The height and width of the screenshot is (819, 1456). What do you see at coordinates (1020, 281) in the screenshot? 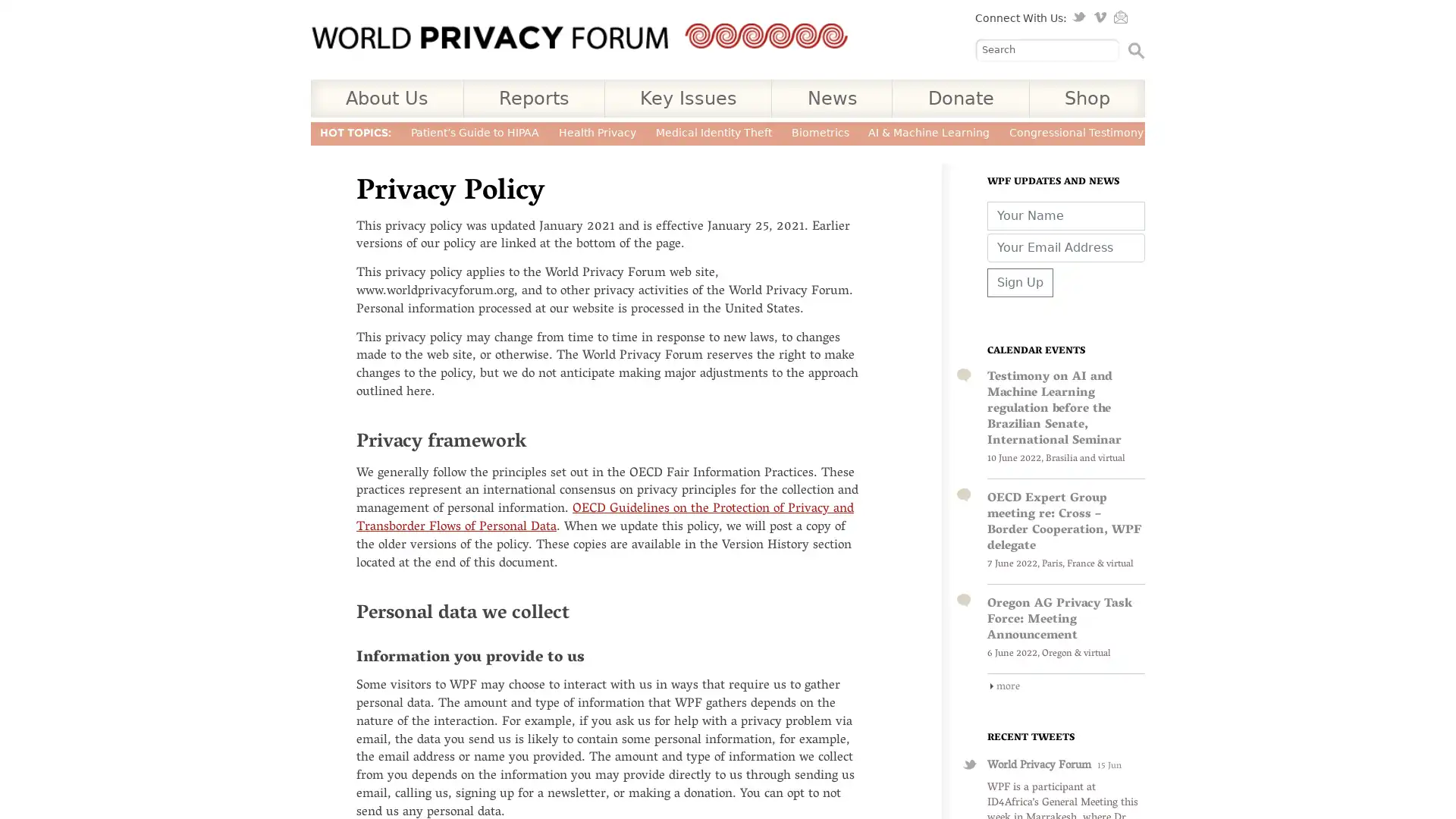
I see `Sign Up` at bounding box center [1020, 281].